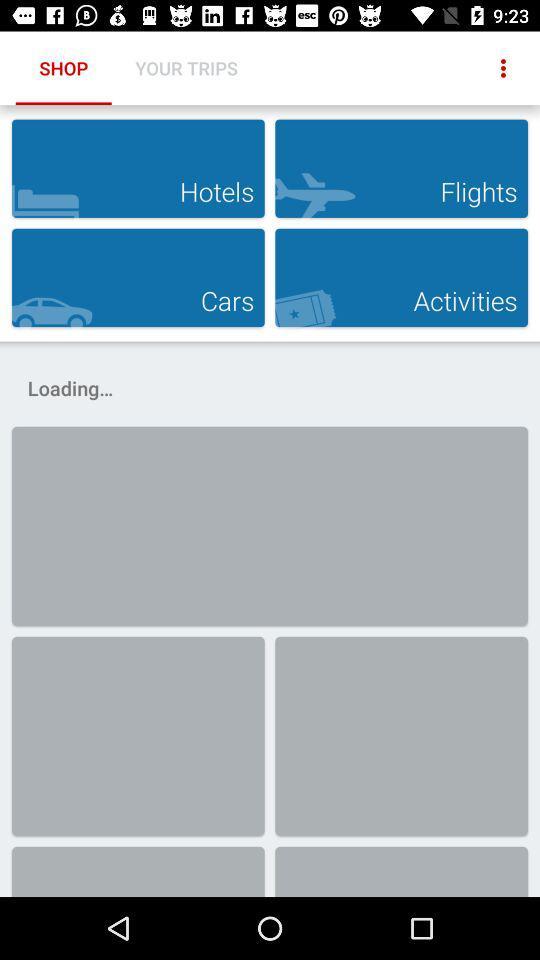 The image size is (540, 960). I want to click on the icon to the right of your trips item, so click(502, 68).